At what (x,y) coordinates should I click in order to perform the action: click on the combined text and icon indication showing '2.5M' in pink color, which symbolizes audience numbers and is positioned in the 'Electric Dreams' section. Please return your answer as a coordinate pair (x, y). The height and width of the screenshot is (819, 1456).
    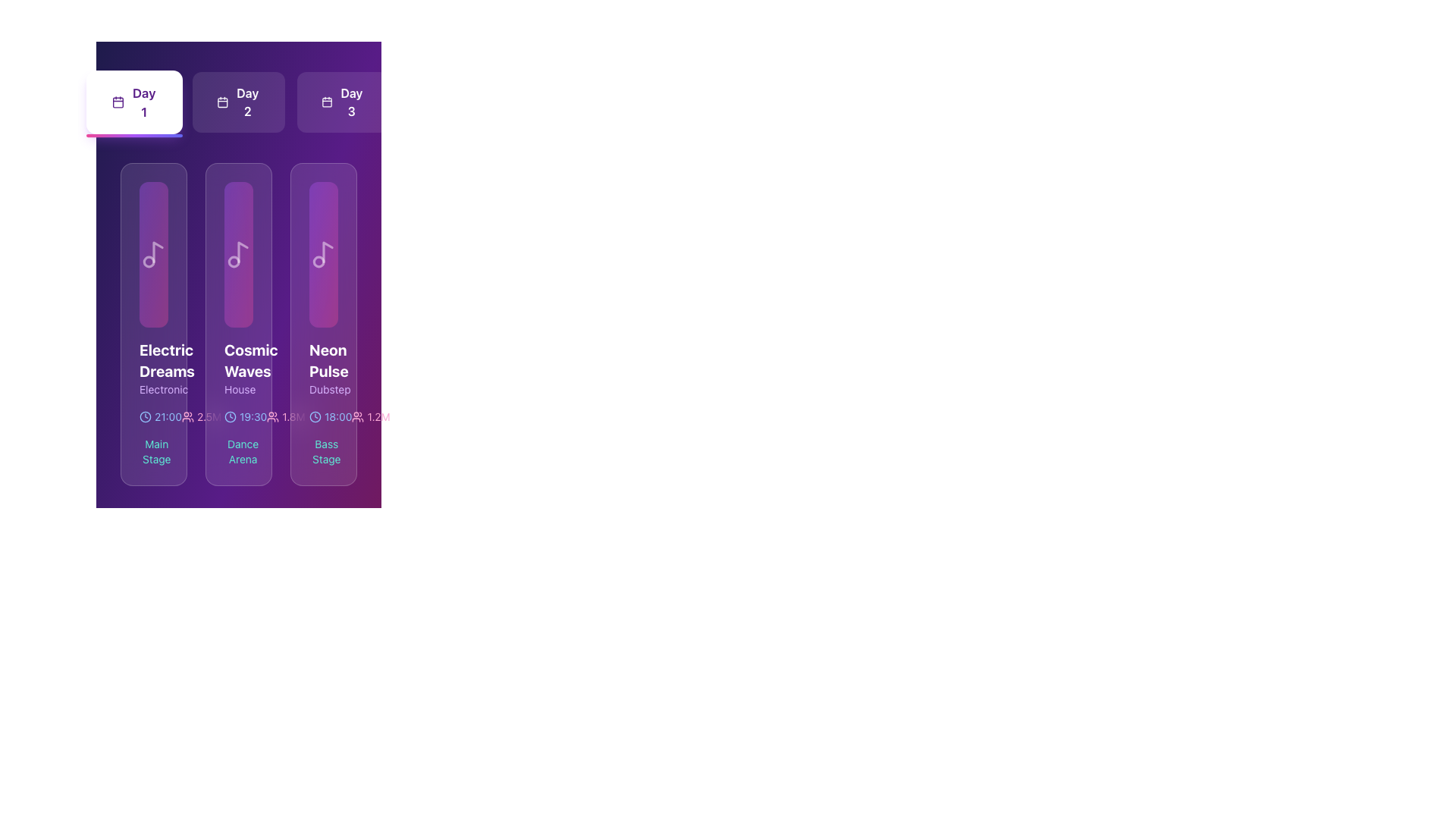
    Looking at the image, I should click on (201, 417).